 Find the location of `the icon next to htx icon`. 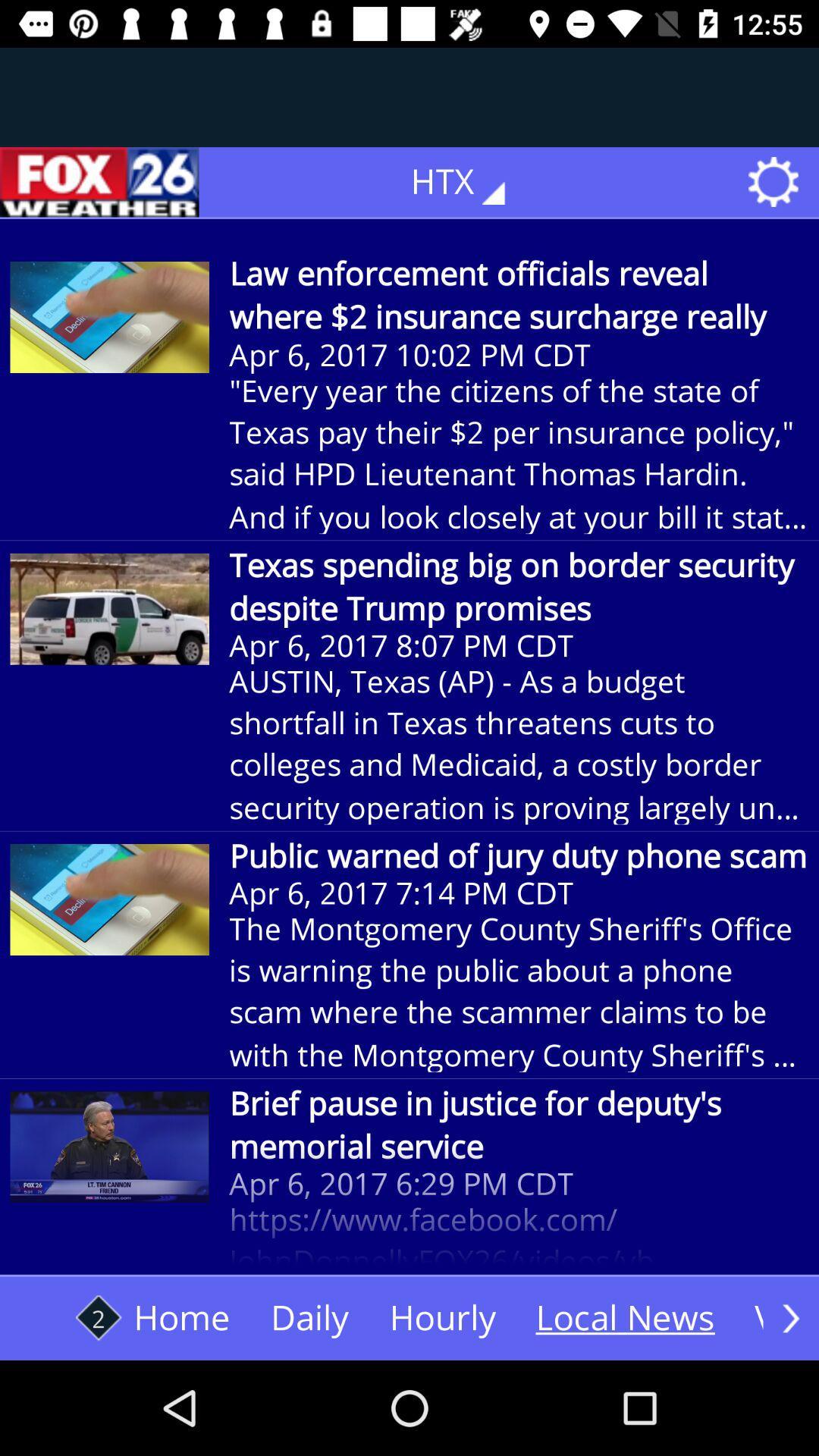

the icon next to htx icon is located at coordinates (99, 182).